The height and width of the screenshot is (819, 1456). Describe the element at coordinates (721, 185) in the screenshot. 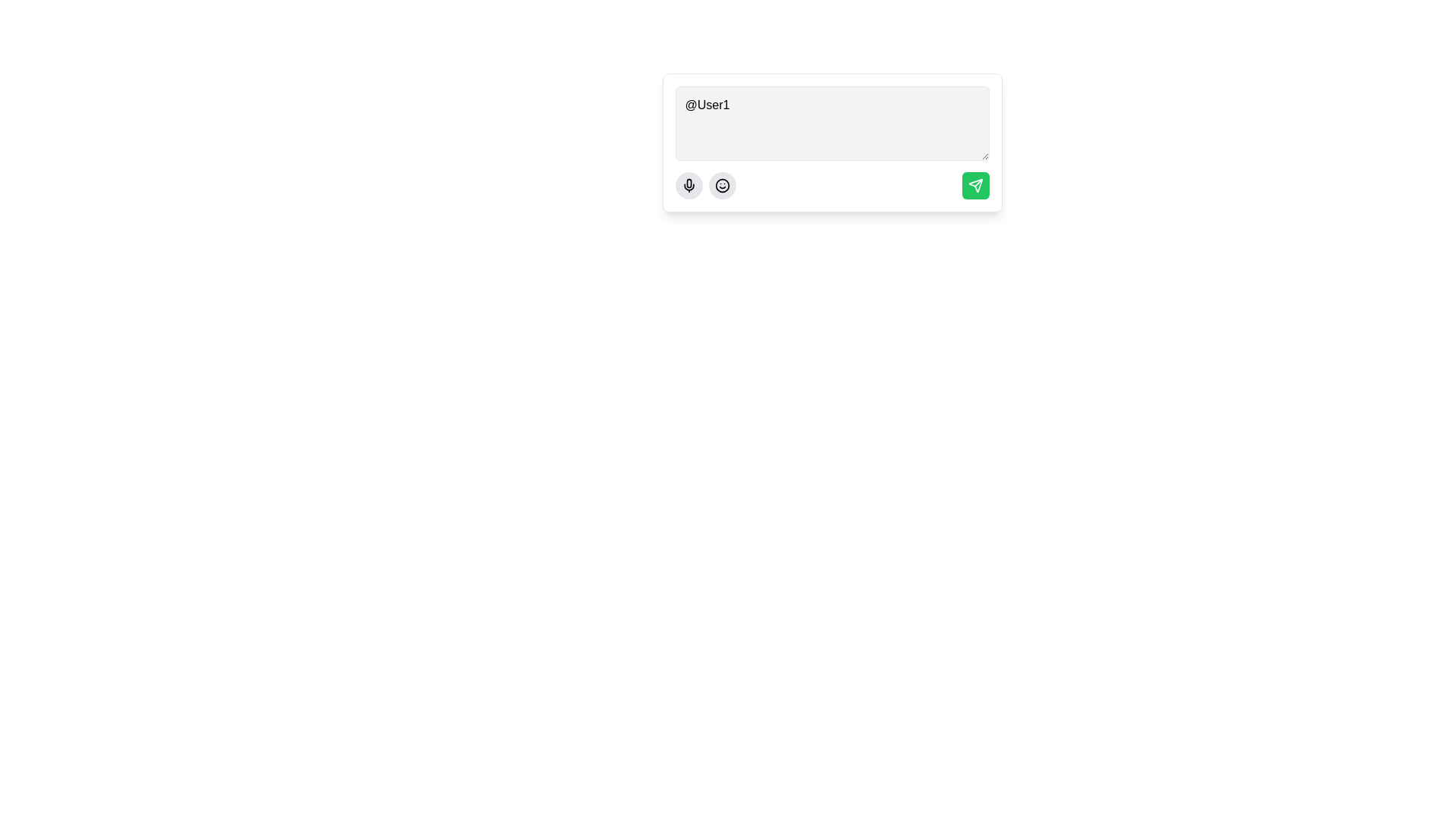

I see `the main circular outline of the smiley icon located to the left of the input text area within the chat interface, which serves as a visual indicator of emotions` at that location.